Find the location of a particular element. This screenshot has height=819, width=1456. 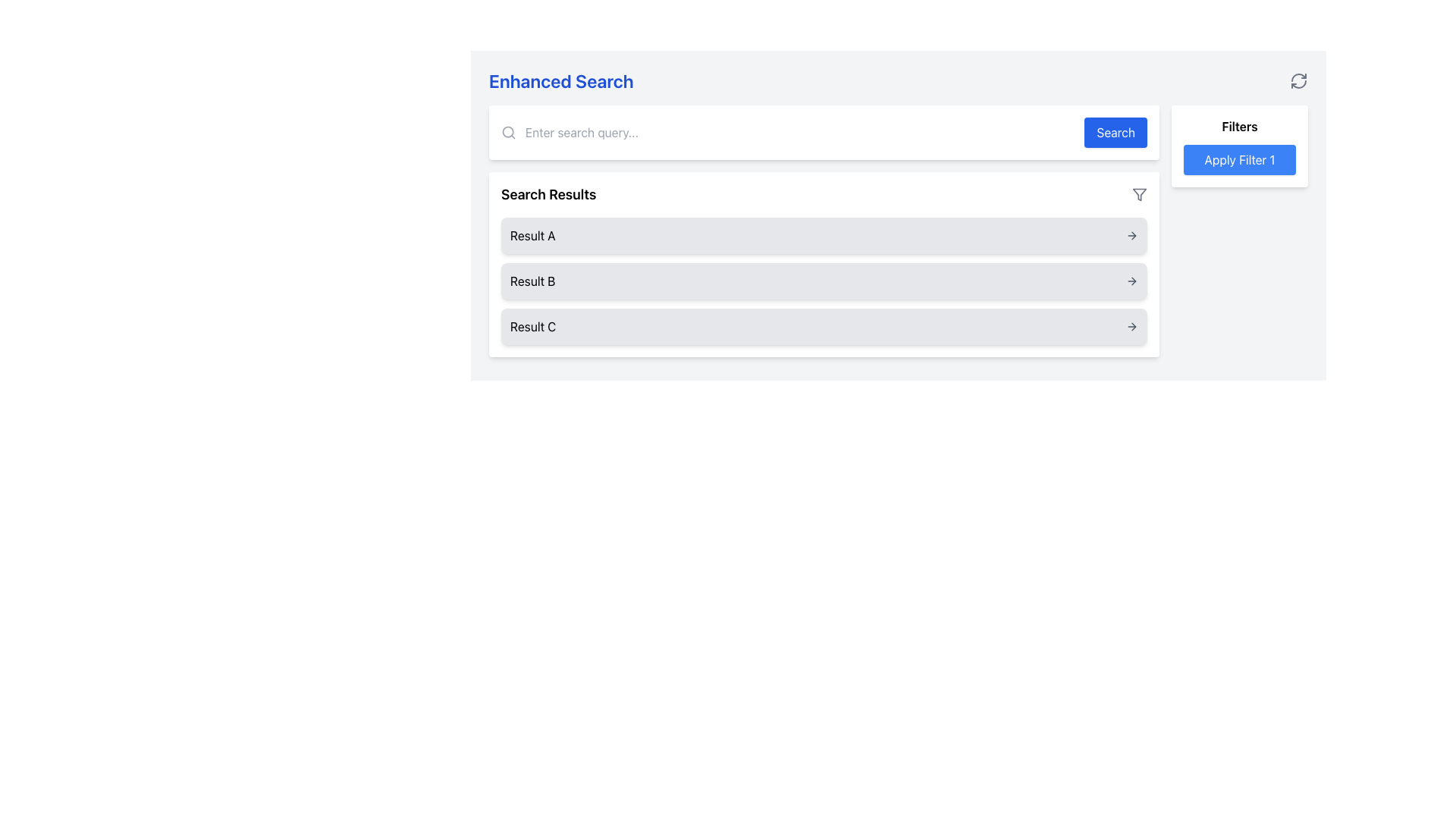

the right arrow icon element, which is a minimalistic SVG graphical component positioned within a button on the rightmost area of a list item is located at coordinates (1133, 281).